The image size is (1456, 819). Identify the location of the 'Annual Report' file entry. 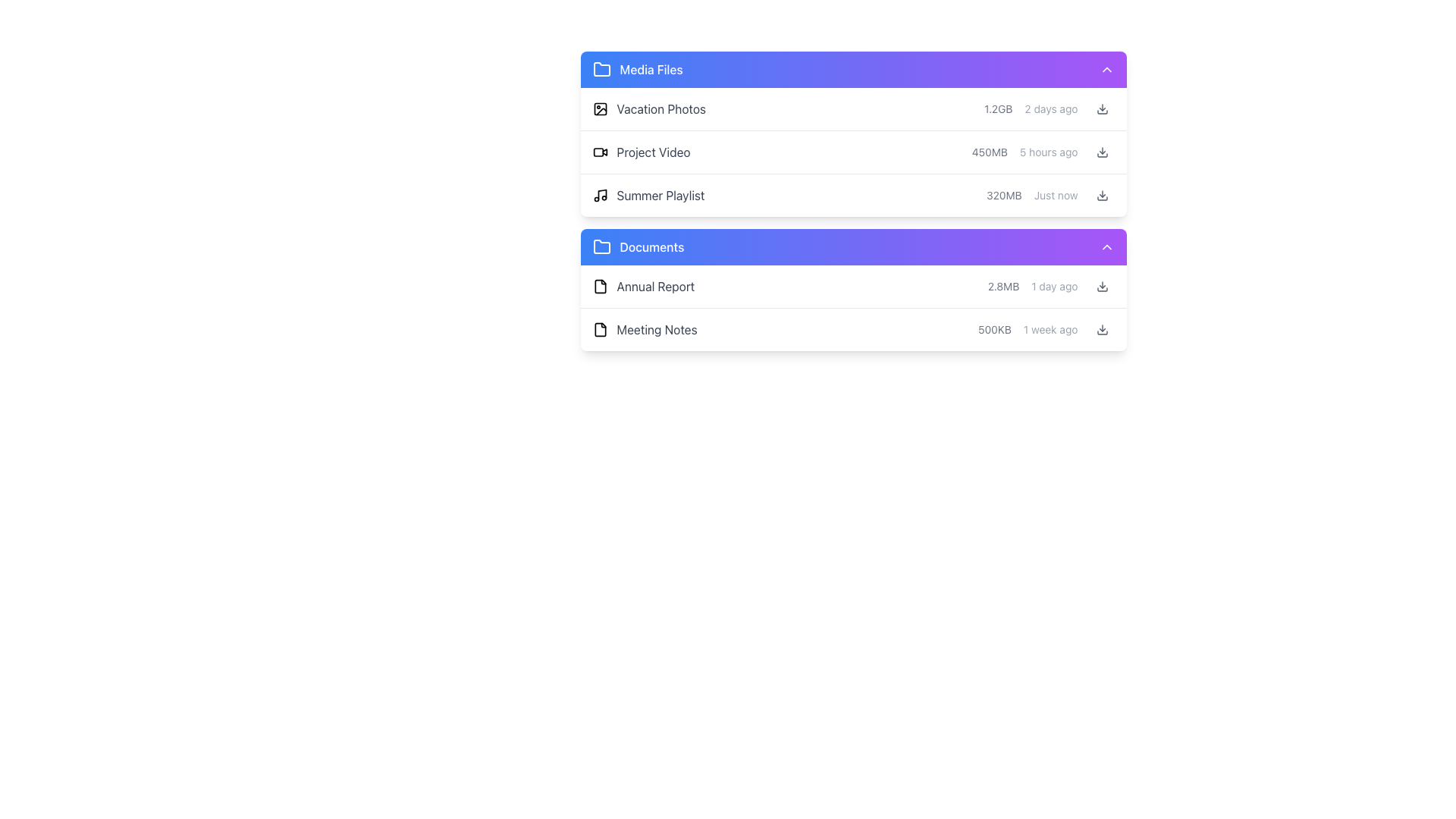
(853, 287).